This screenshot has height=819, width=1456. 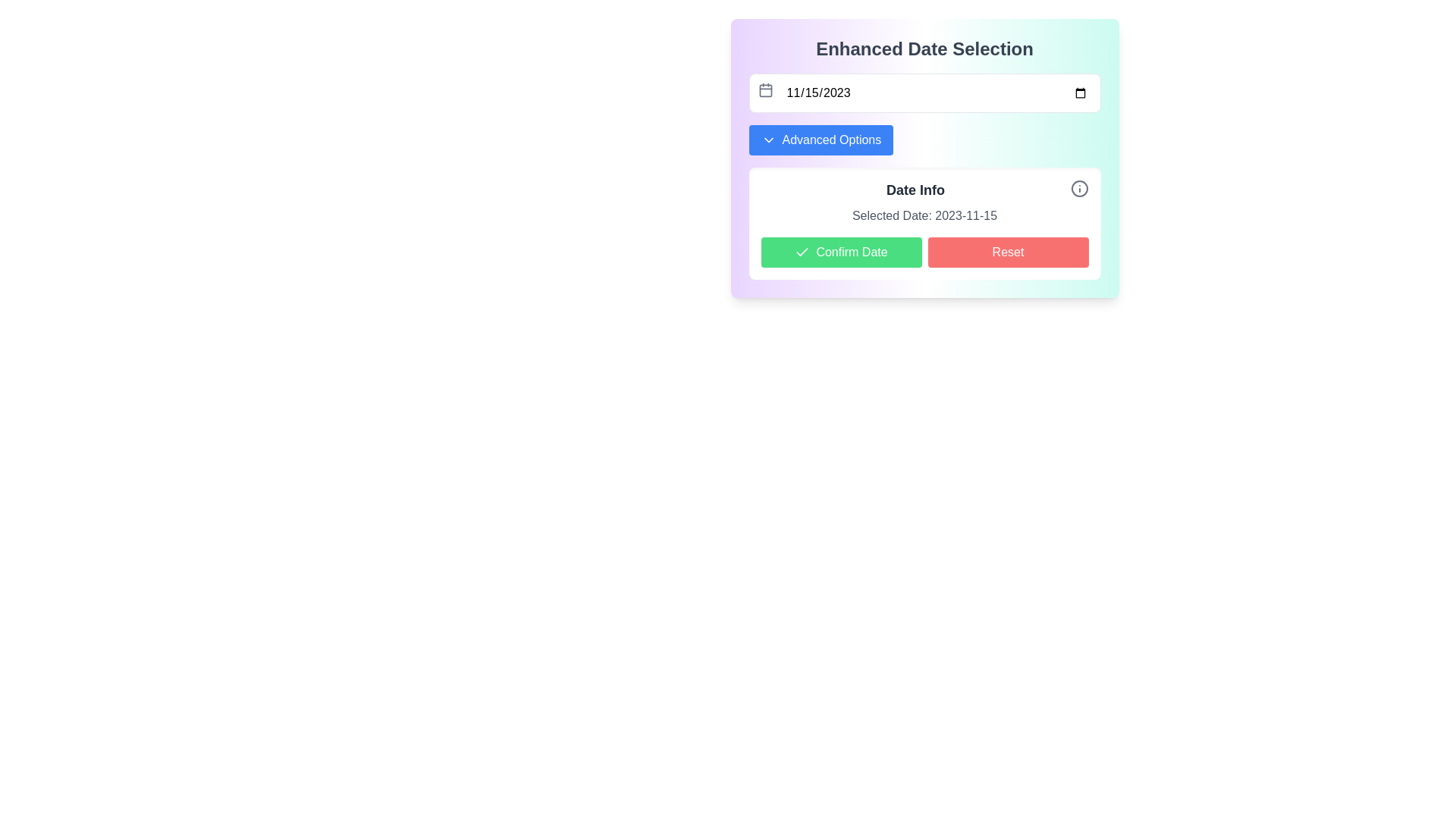 What do you see at coordinates (1078, 188) in the screenshot?
I see `the gray circular icon with an outlined ring and a dot located in the top-right corner of the 'Date Info' section` at bounding box center [1078, 188].